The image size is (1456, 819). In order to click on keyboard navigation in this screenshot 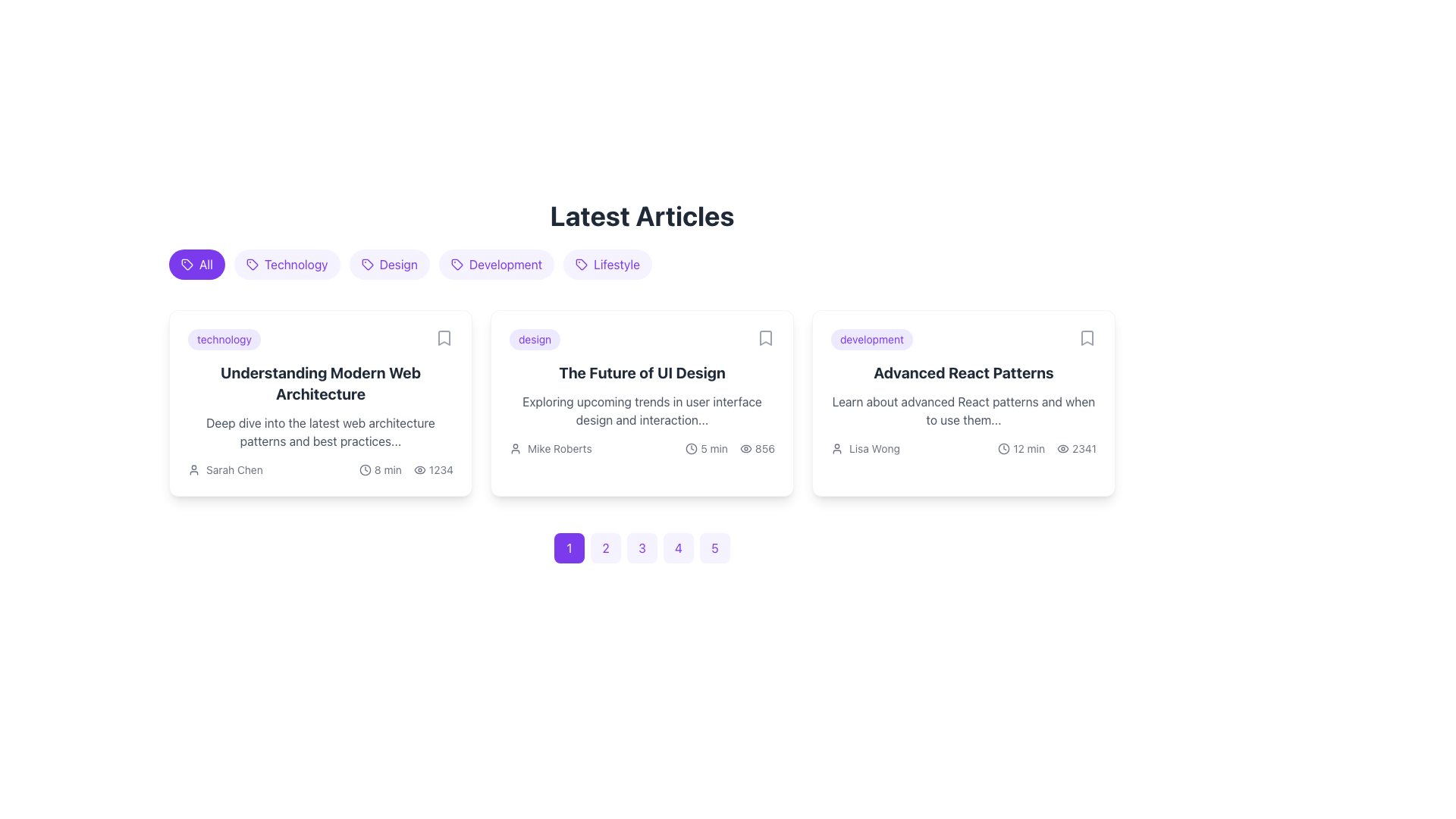, I will do `click(581, 263)`.